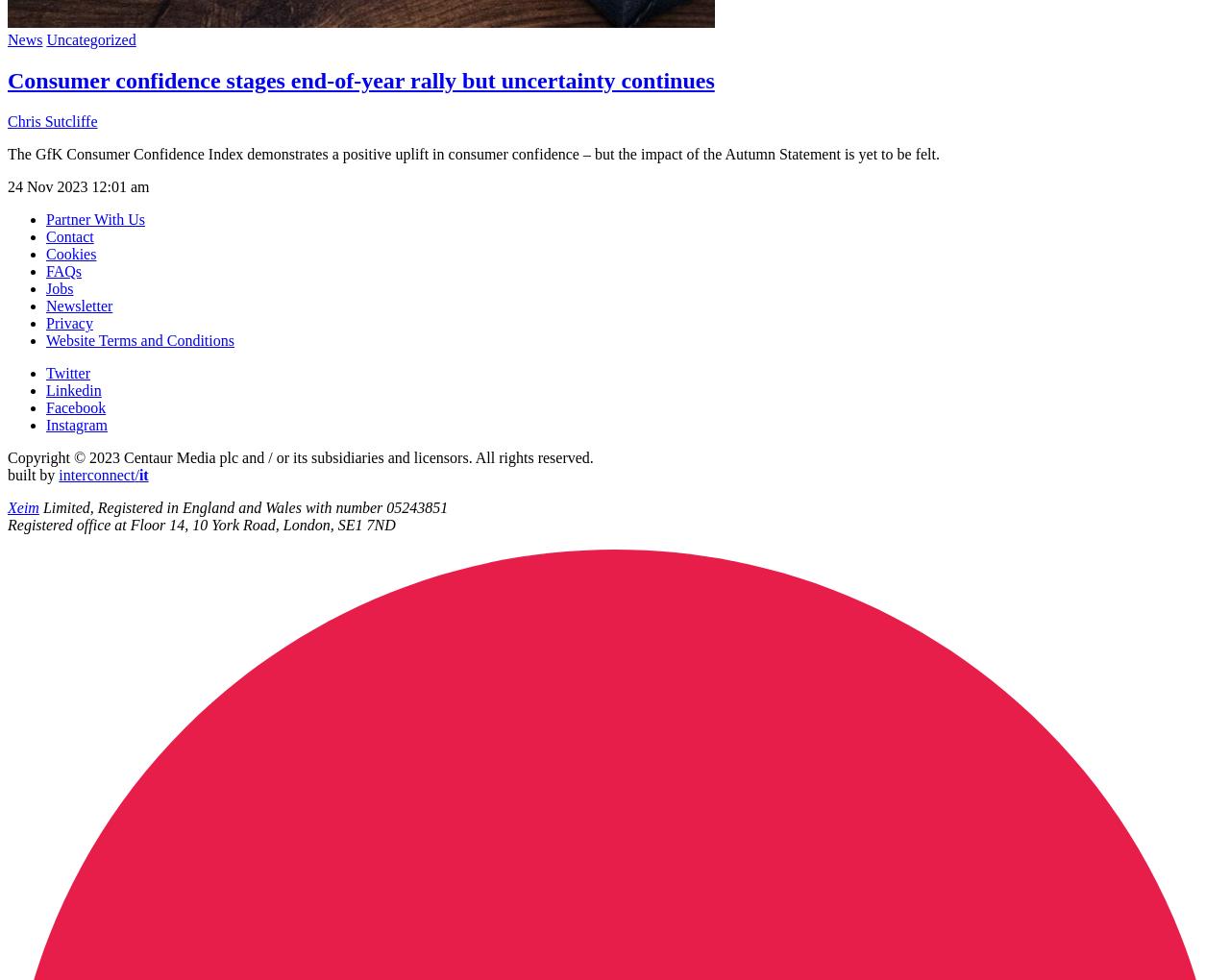 Image resolution: width=1230 pixels, height=980 pixels. What do you see at coordinates (52, 119) in the screenshot?
I see `'Chris Sutcliffe'` at bounding box center [52, 119].